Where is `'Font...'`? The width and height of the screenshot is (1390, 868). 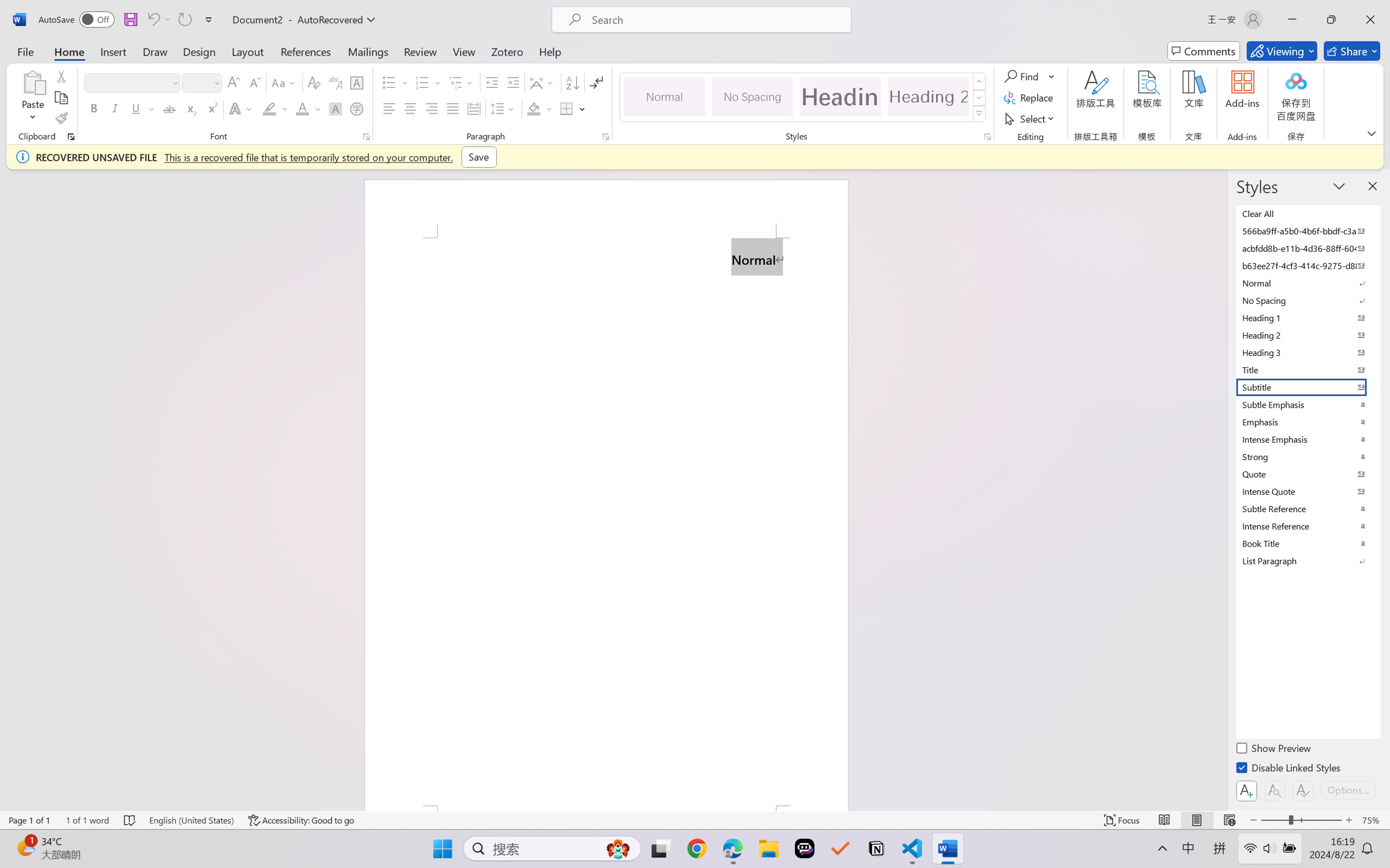 'Font...' is located at coordinates (366, 136).